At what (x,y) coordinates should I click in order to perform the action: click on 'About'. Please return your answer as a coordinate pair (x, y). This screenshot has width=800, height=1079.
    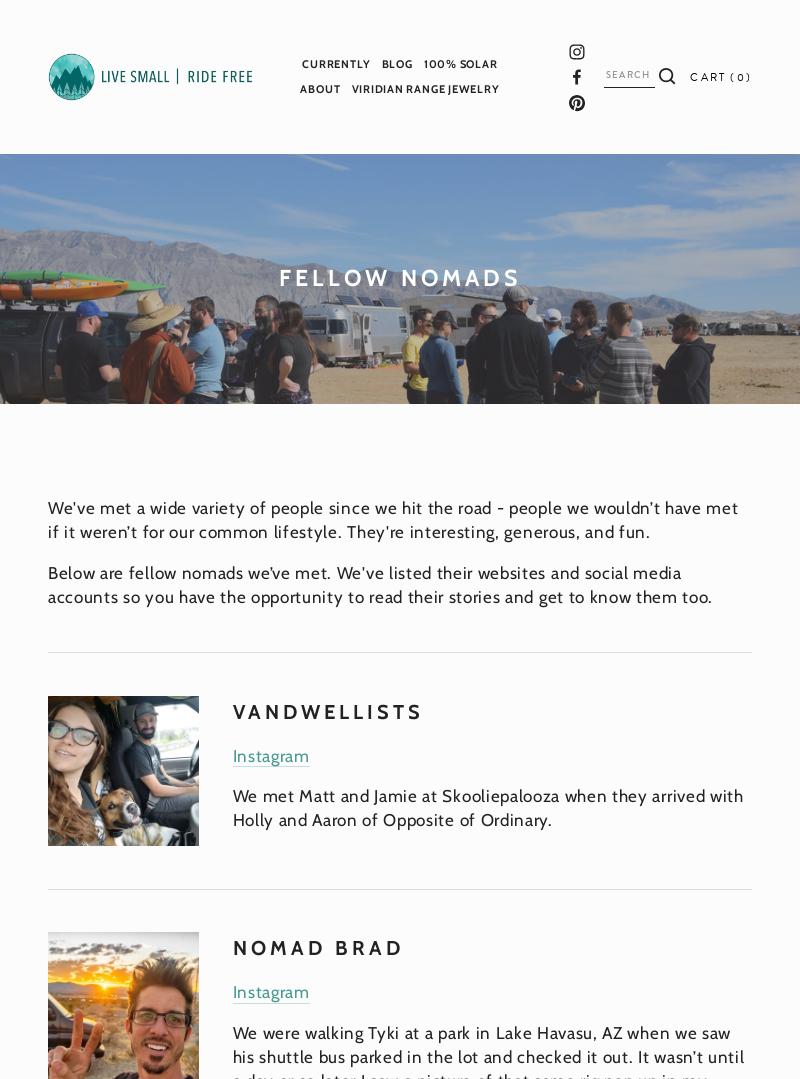
    Looking at the image, I should click on (319, 88).